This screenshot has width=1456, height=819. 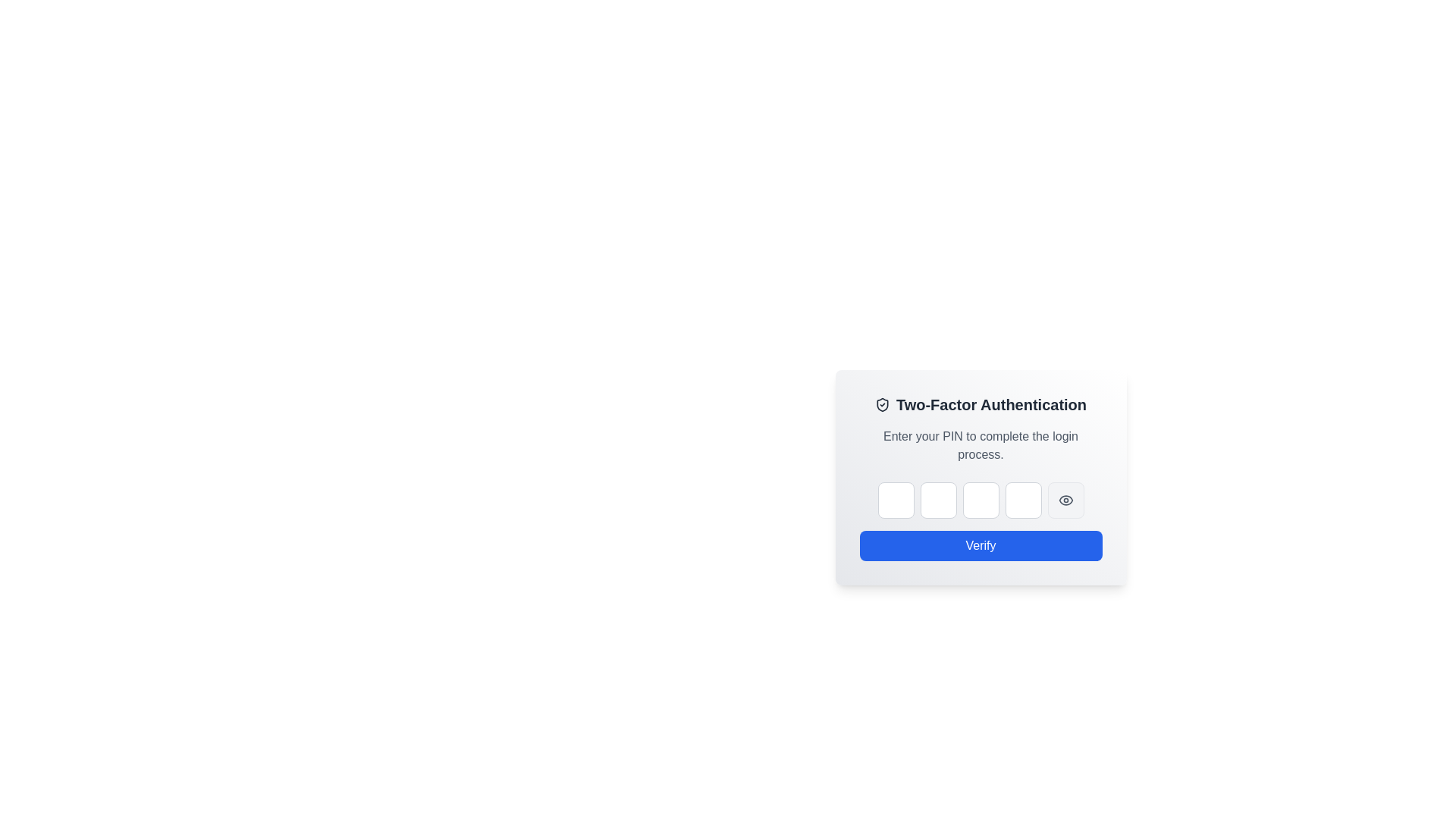 I want to click on the eye-icon located at the bottom-right section of the Two-Factor Authentication panel, so click(x=1065, y=500).